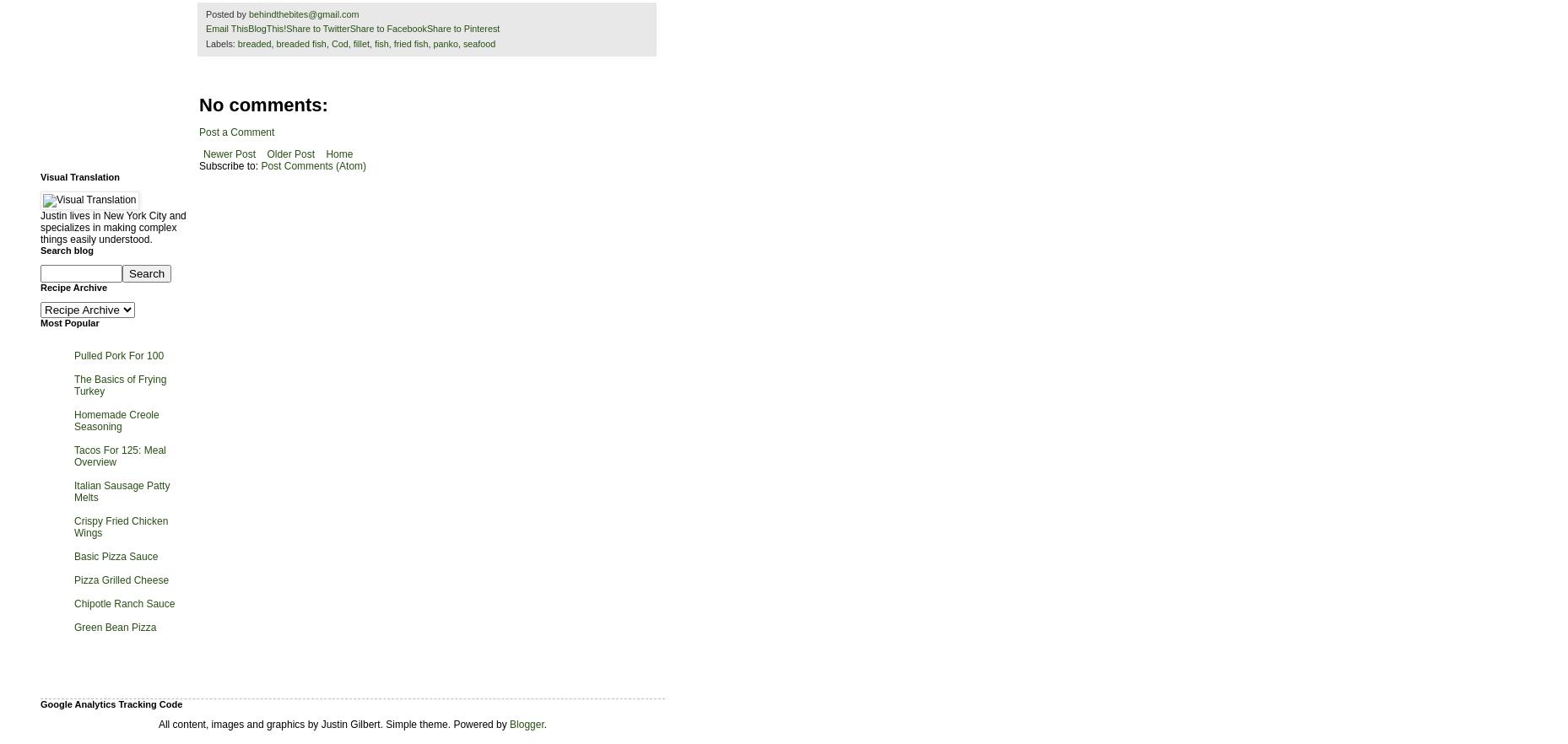  Describe the element at coordinates (253, 41) in the screenshot. I see `'breaded'` at that location.